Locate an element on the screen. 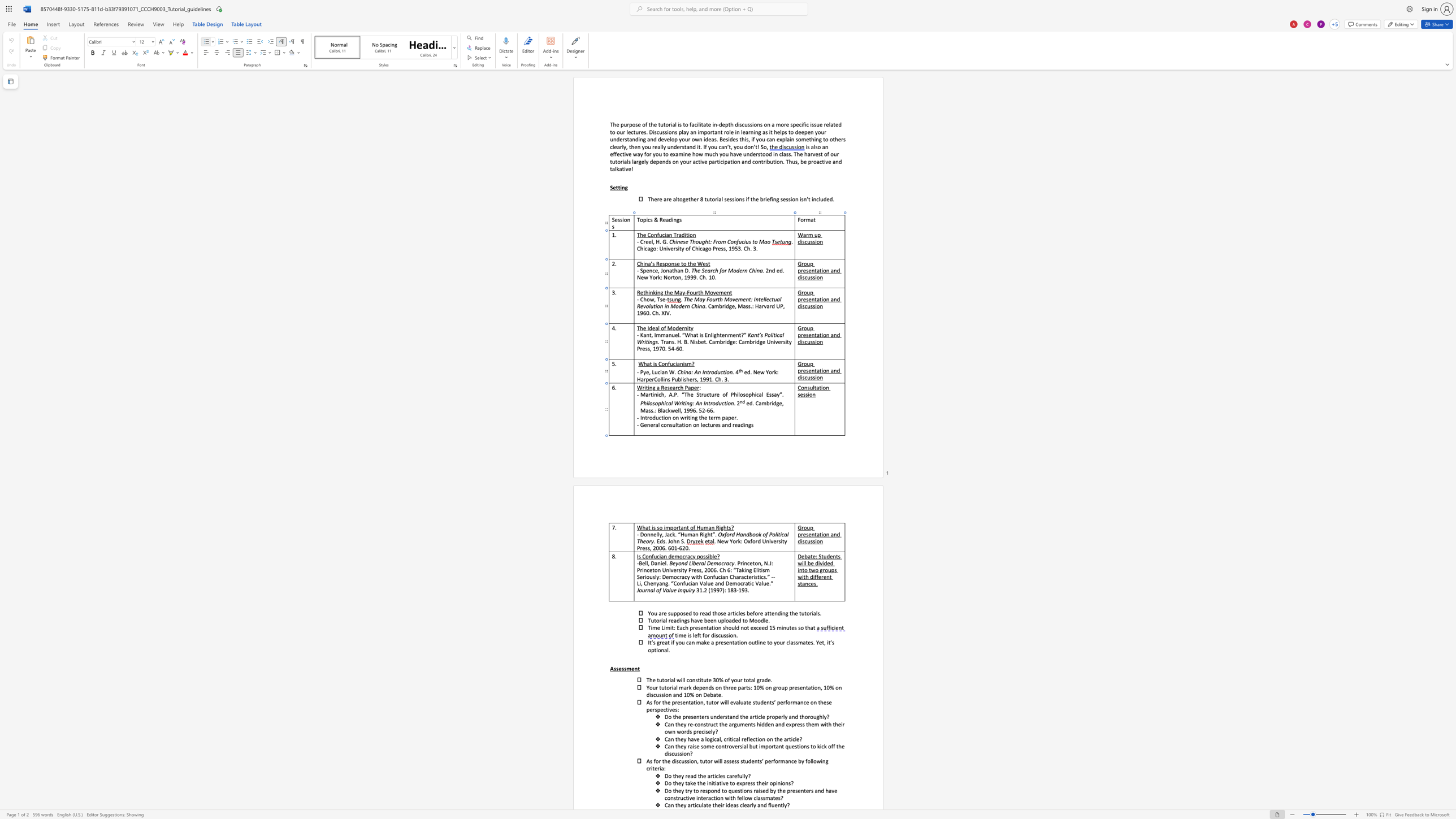 This screenshot has height=819, width=1456. the space between the continuous character "s" and "?" in the text is located at coordinates (731, 527).